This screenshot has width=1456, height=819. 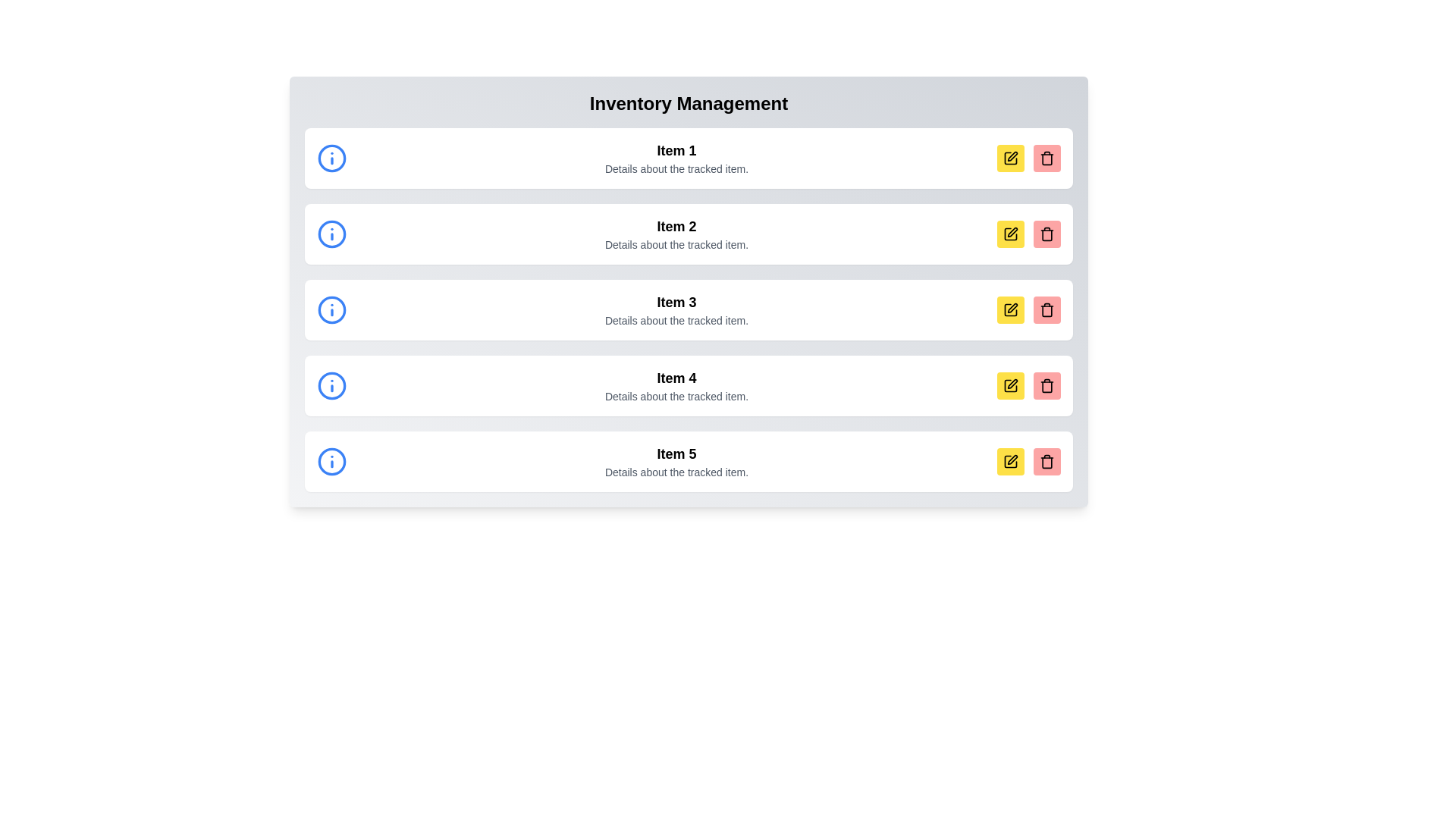 I want to click on the informational icon located on the left side of the fourth row in a vertical list, so click(x=331, y=385).